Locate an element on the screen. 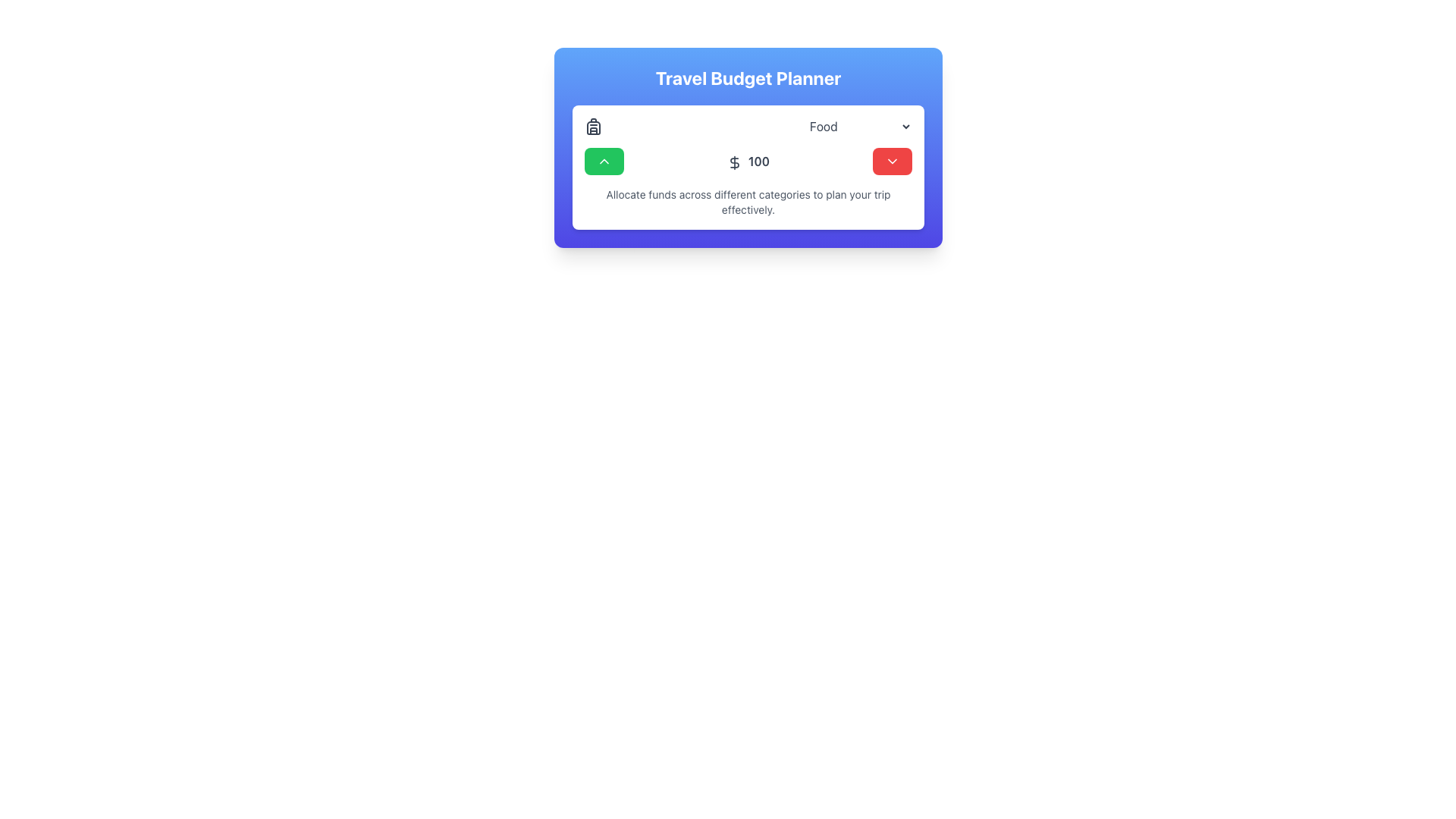 The width and height of the screenshot is (1456, 819). the dollar sign icon in the Travel Budget Planner interface, located to the left of the numeric display '100' is located at coordinates (734, 162).